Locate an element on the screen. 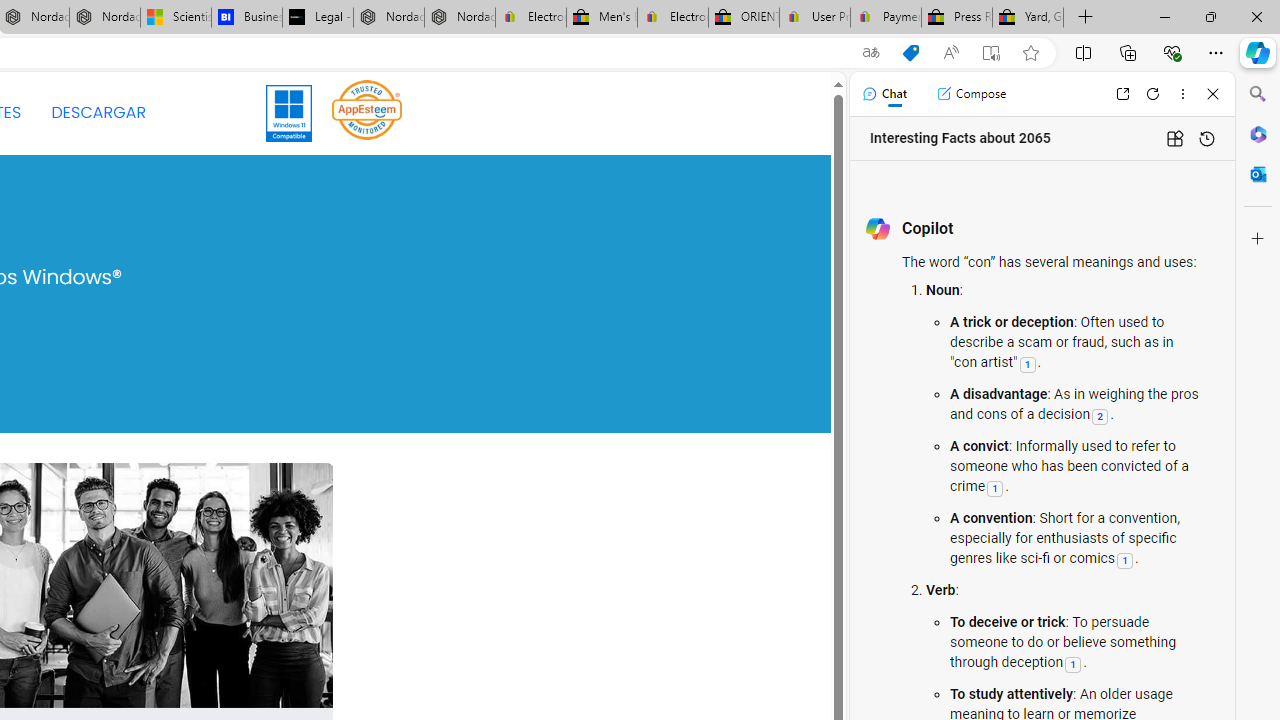  'Windows 11' is located at coordinates (288, 113).